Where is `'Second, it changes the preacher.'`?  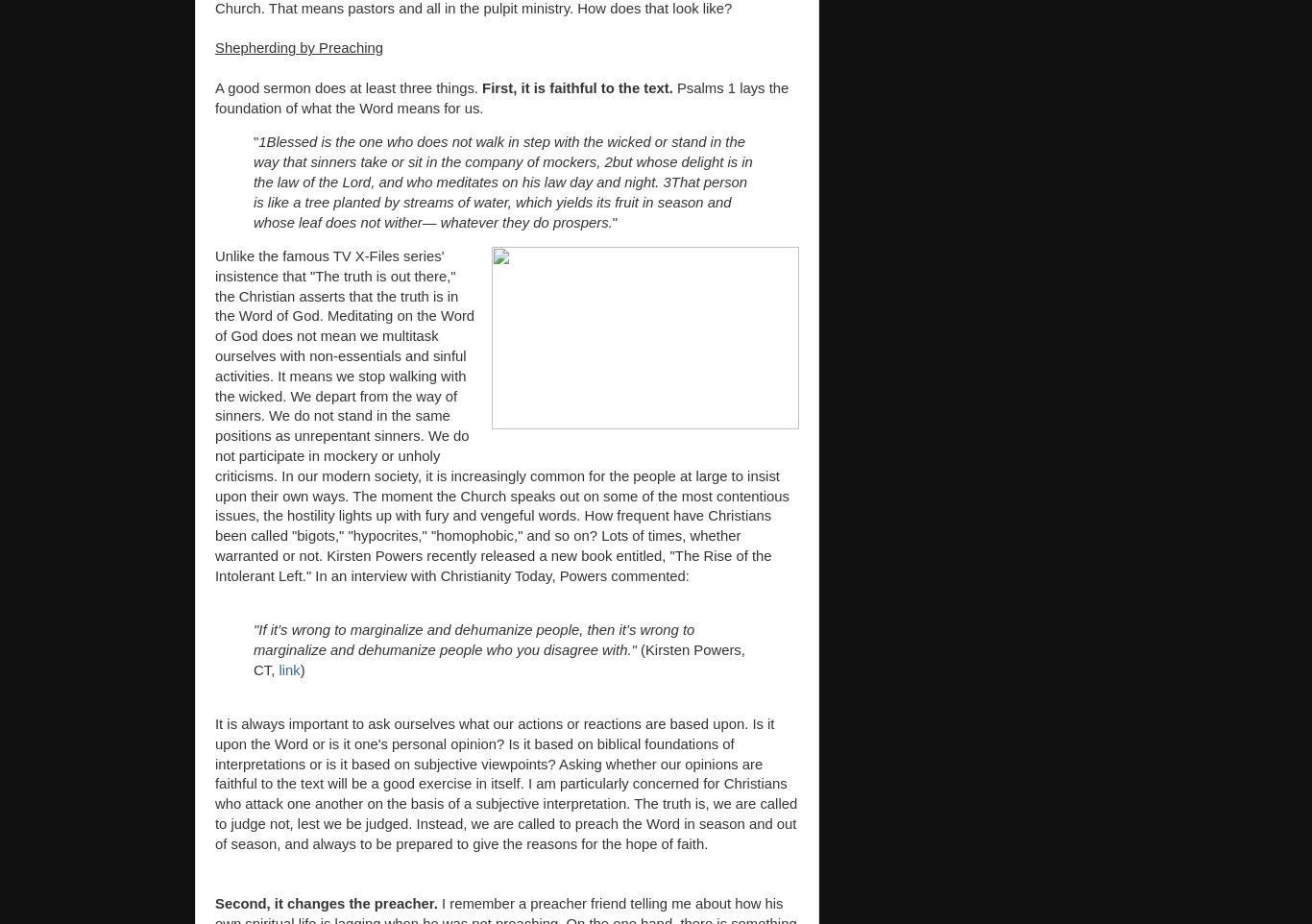 'Second, it changes the preacher.' is located at coordinates (328, 904).